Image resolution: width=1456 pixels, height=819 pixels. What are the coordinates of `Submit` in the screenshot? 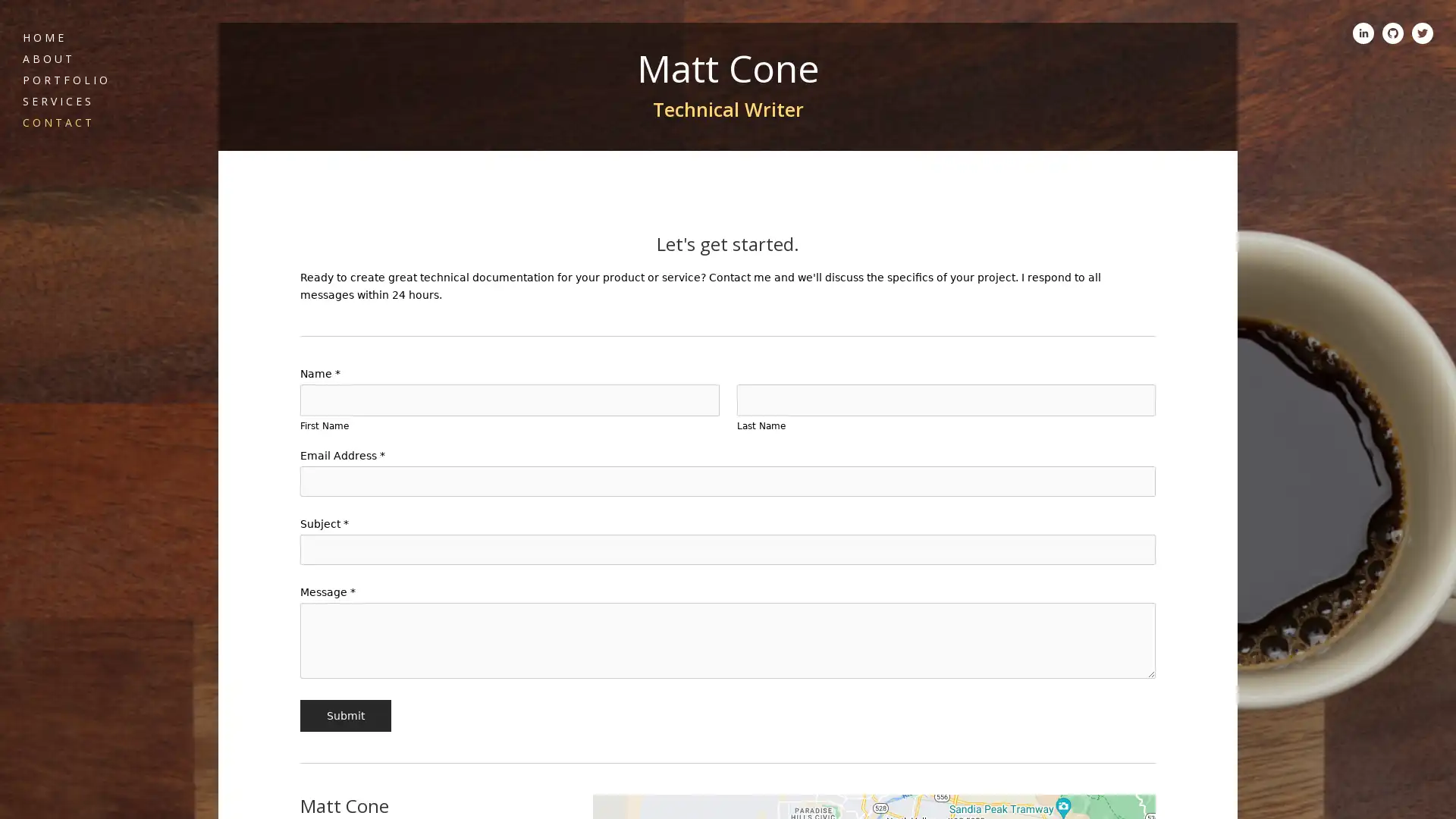 It's located at (344, 716).